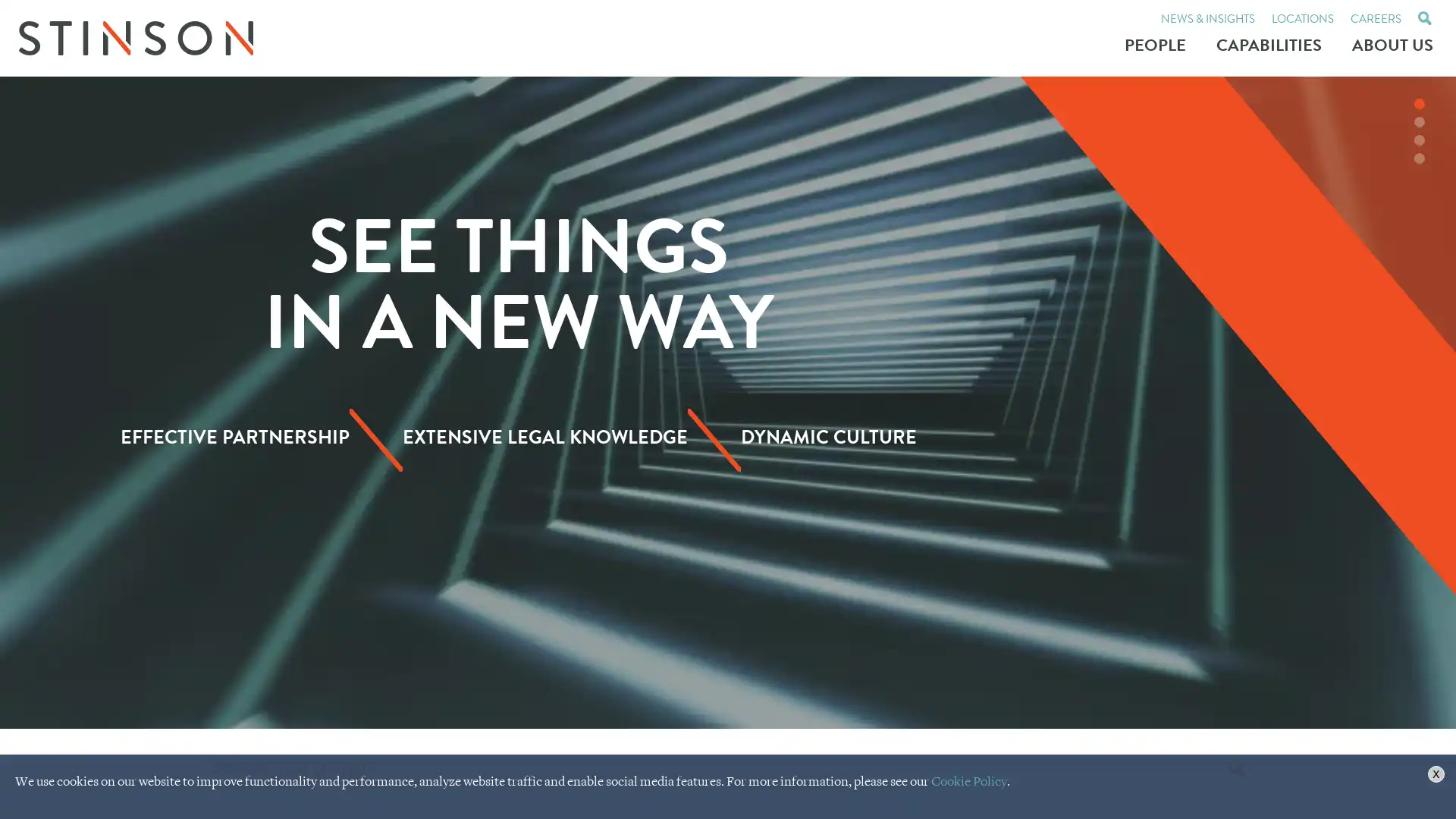 This screenshot has height=819, width=1456. I want to click on 4, so click(1419, 158).